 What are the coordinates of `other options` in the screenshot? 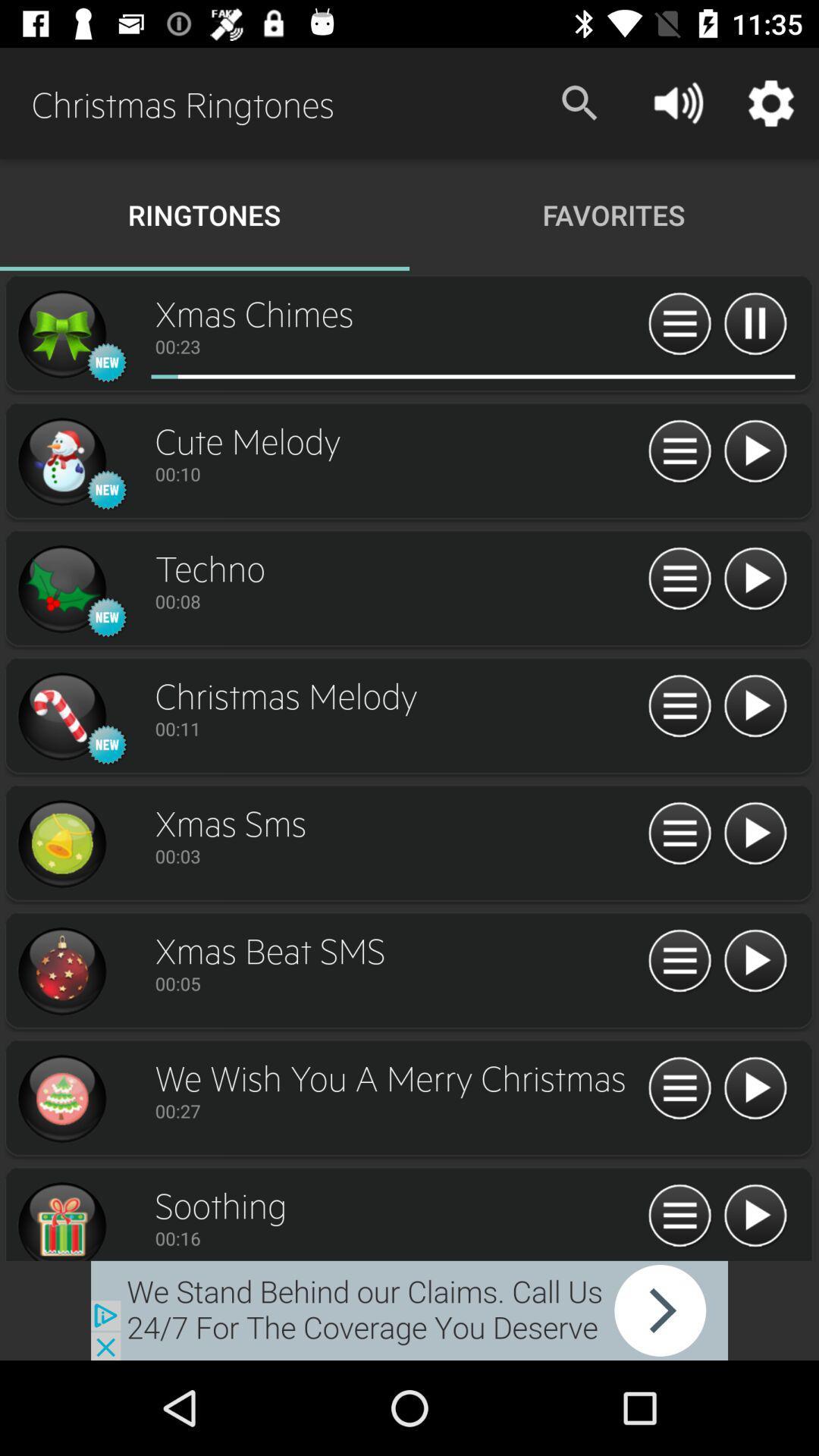 It's located at (679, 961).